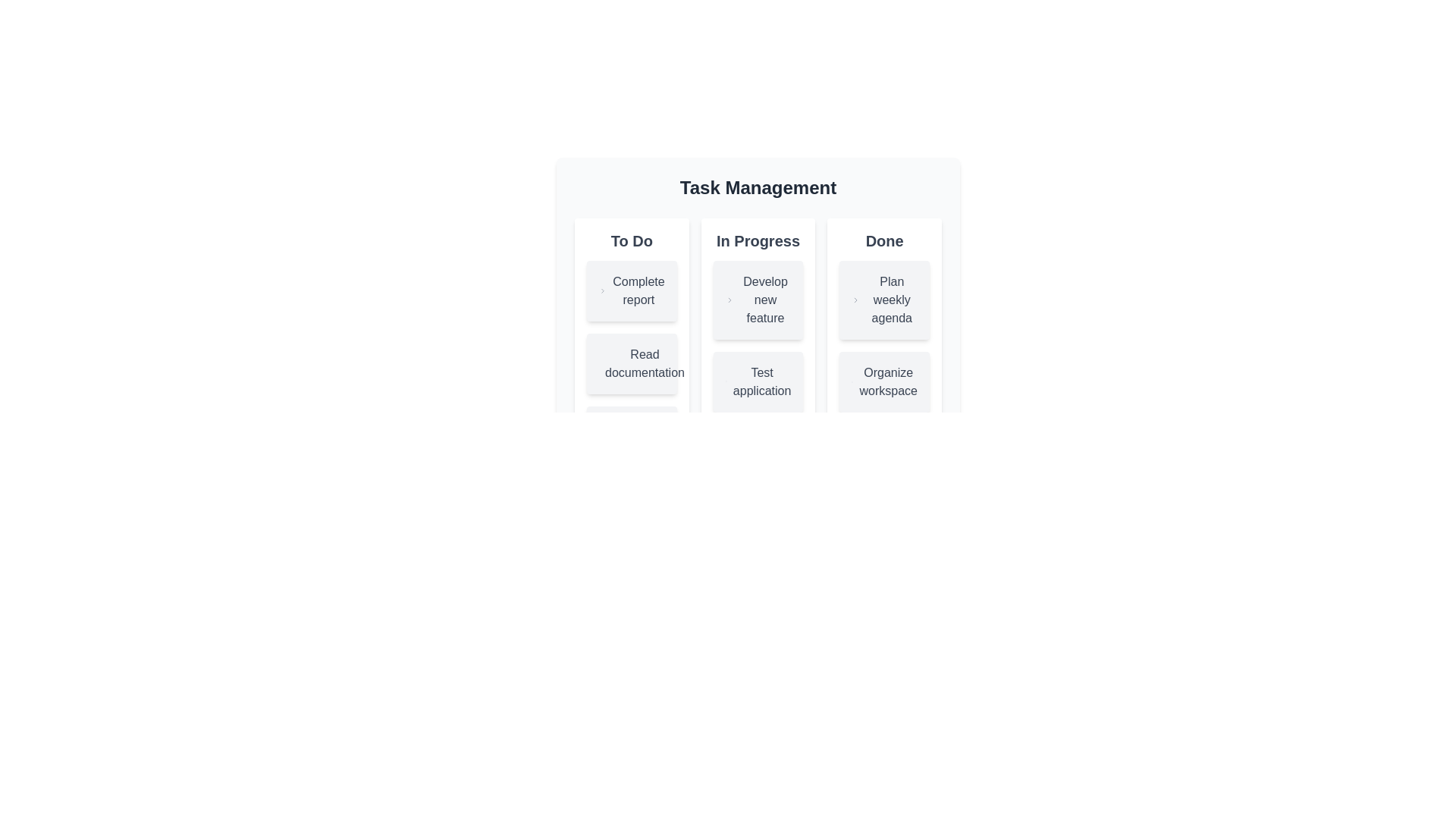  I want to click on the 'Complete report' text item, which is the first item in the 'To Do' column with a light gray background, so click(632, 291).